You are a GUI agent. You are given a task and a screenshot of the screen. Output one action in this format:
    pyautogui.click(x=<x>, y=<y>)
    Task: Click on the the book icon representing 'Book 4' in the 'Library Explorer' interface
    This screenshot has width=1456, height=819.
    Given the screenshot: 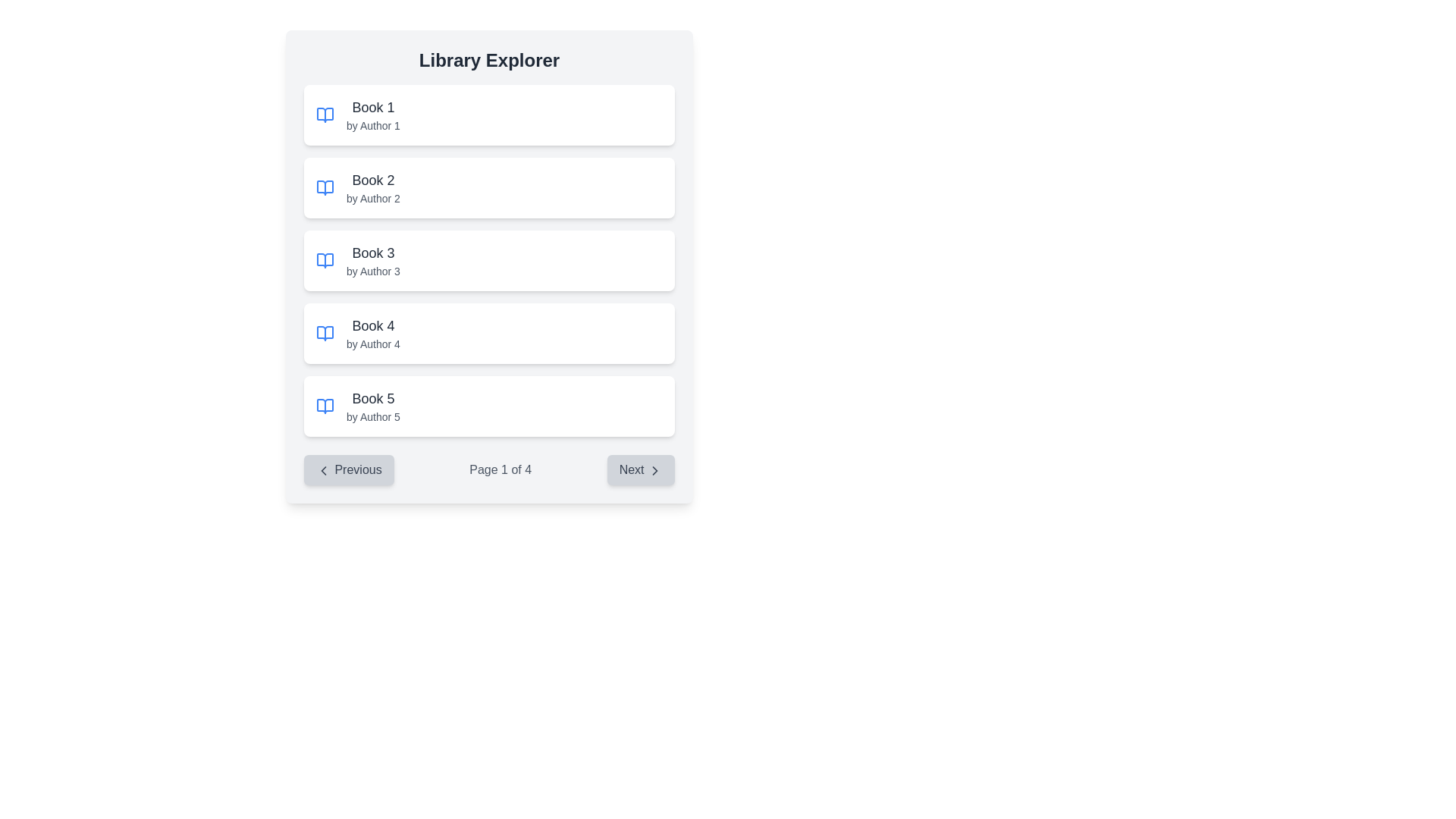 What is the action you would take?
    pyautogui.click(x=324, y=332)
    